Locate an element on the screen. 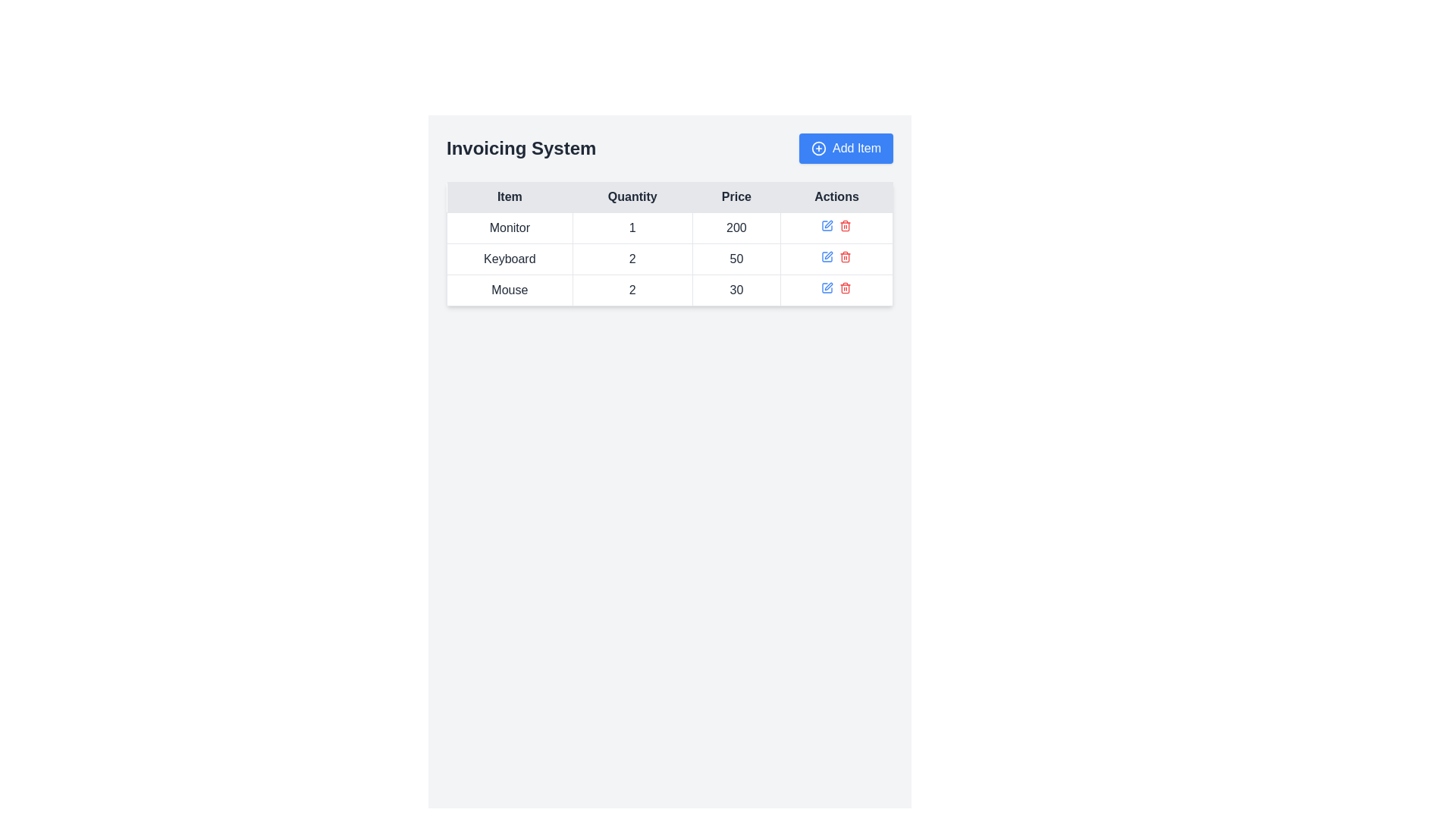 This screenshot has width=1456, height=819. the edit icon button located in the 'Actions' column of the second row of the table is located at coordinates (827, 256).